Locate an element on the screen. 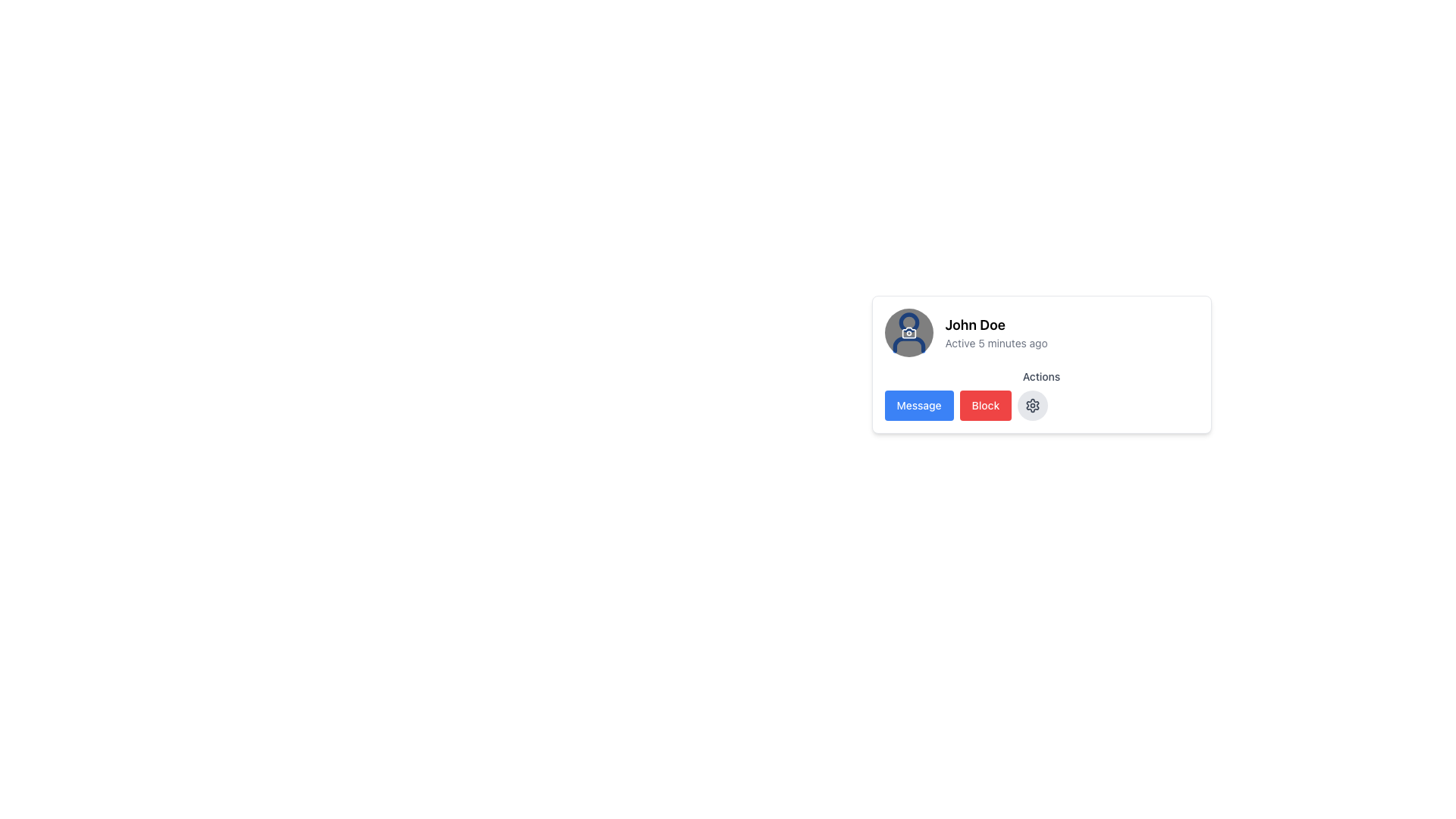  the keyboard interaction on the settings icon button located in the bottom-right corner of the user card component is located at coordinates (1032, 405).